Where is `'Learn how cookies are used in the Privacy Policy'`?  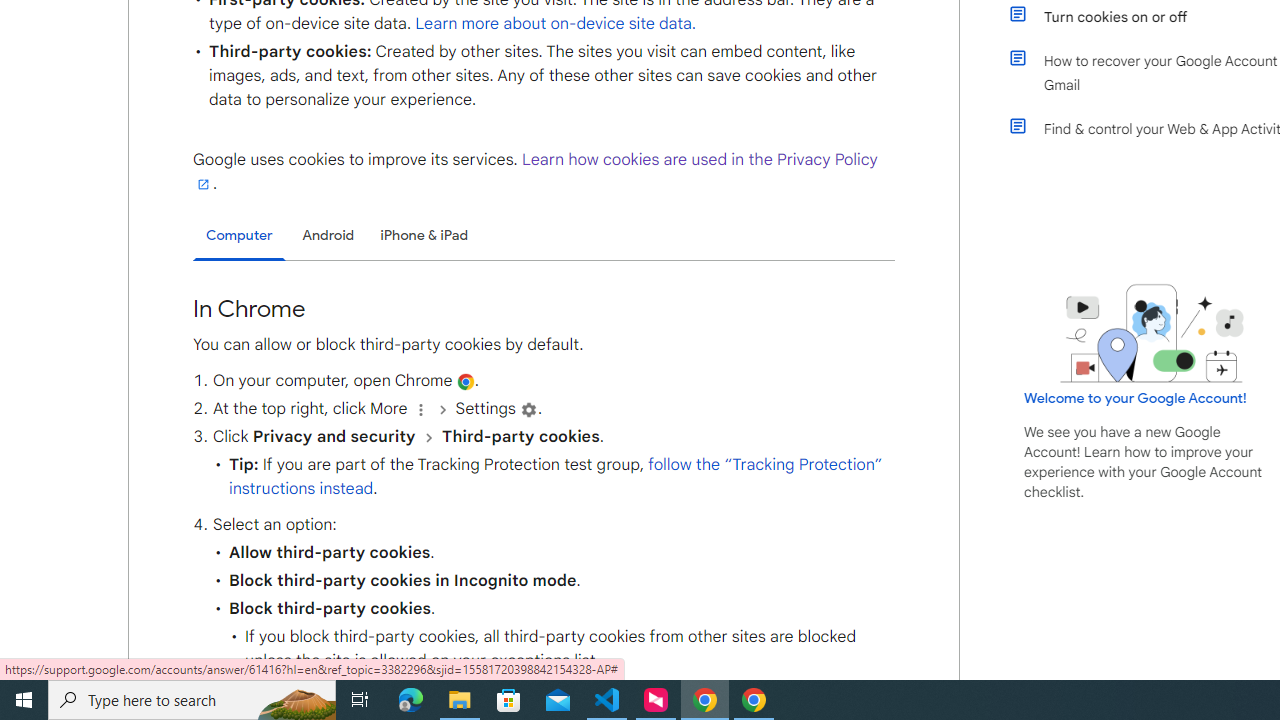 'Learn how cookies are used in the Privacy Policy' is located at coordinates (535, 170).